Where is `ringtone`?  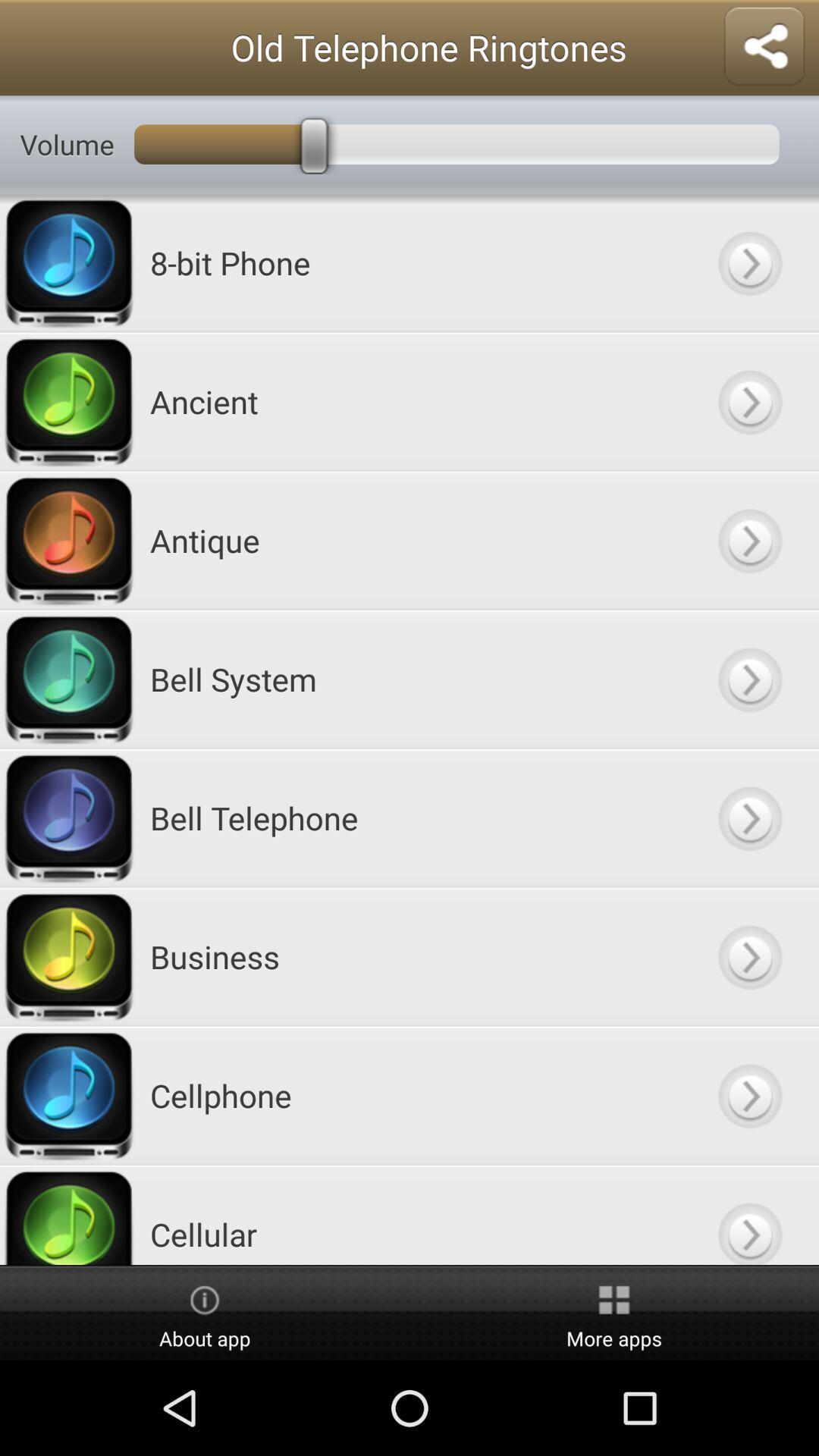
ringtone is located at coordinates (748, 401).